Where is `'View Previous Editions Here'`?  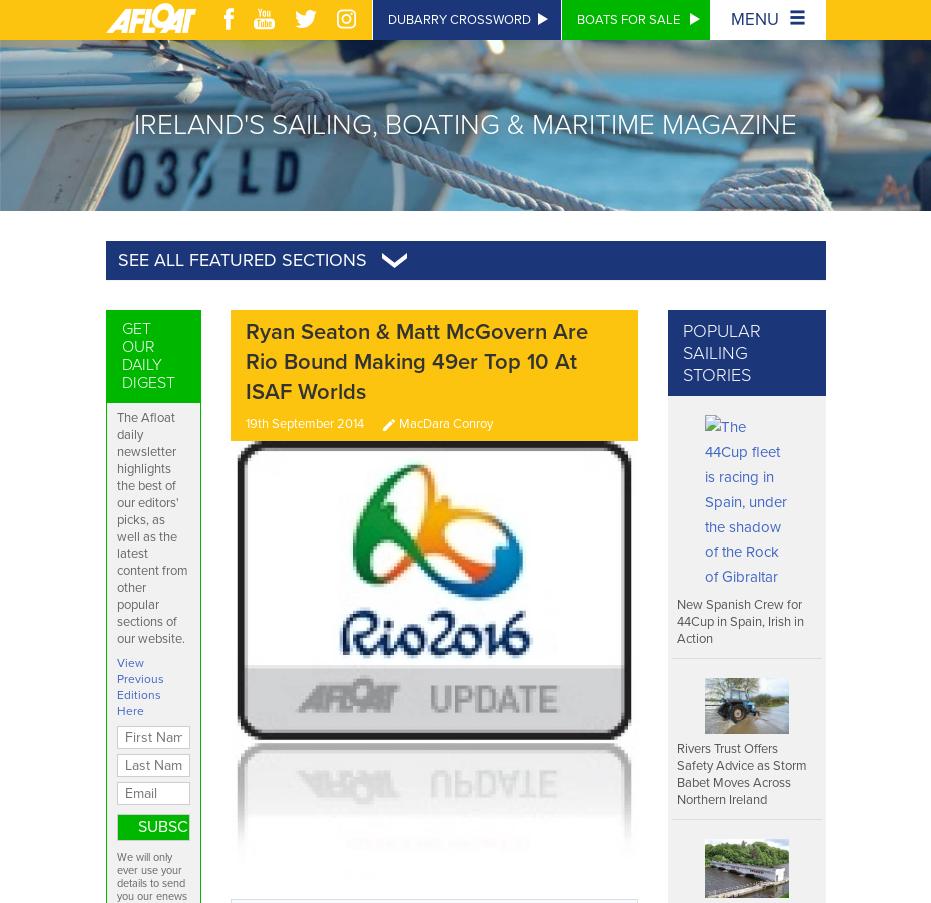 'View Previous Editions Here' is located at coordinates (138, 685).